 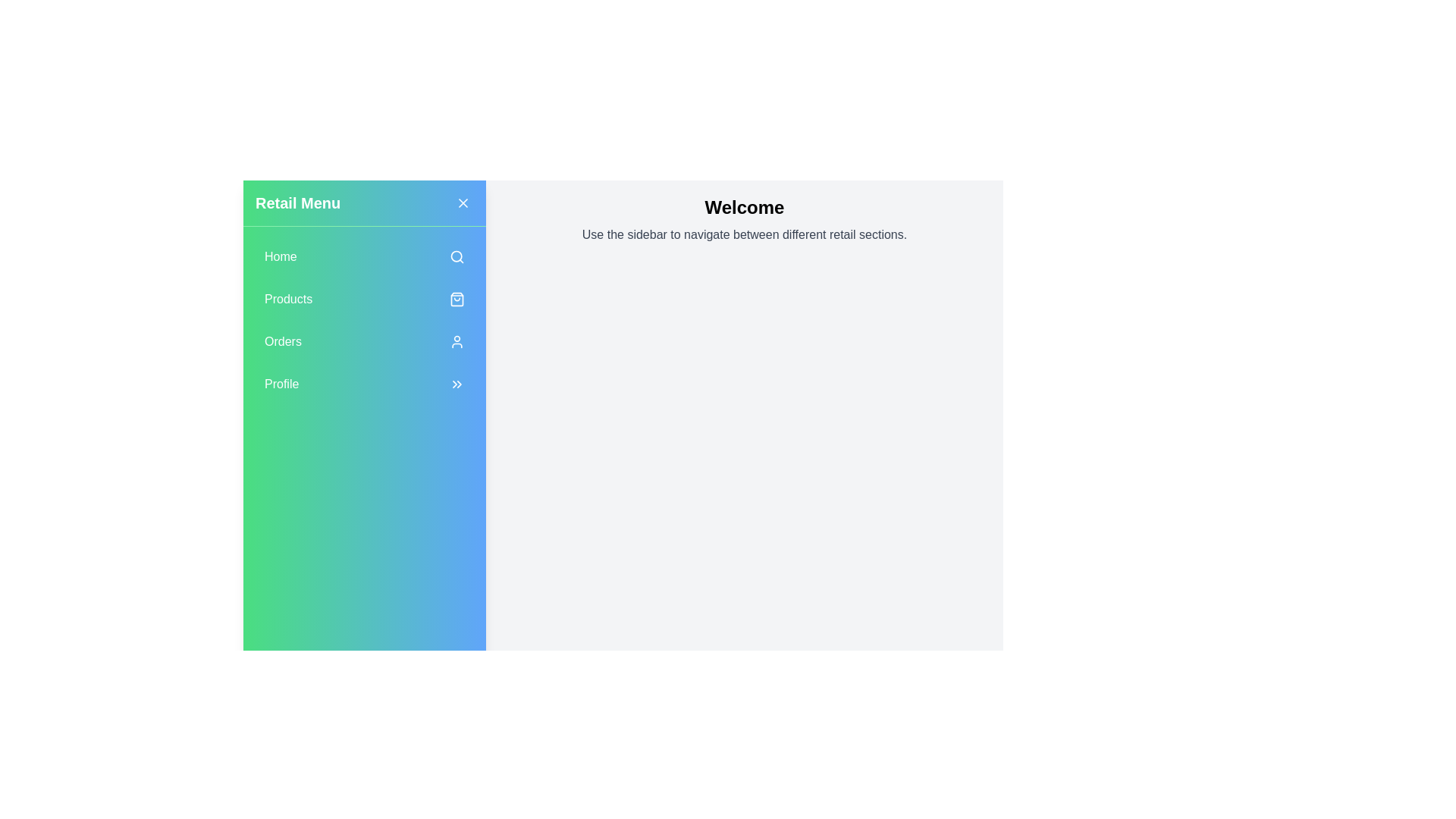 I want to click on the text element that reads 'Use the sidebar to navigate between different retail sections.' which is styled in a smaller, gray font and positioned below the heading 'Welcome', so click(x=745, y=234).